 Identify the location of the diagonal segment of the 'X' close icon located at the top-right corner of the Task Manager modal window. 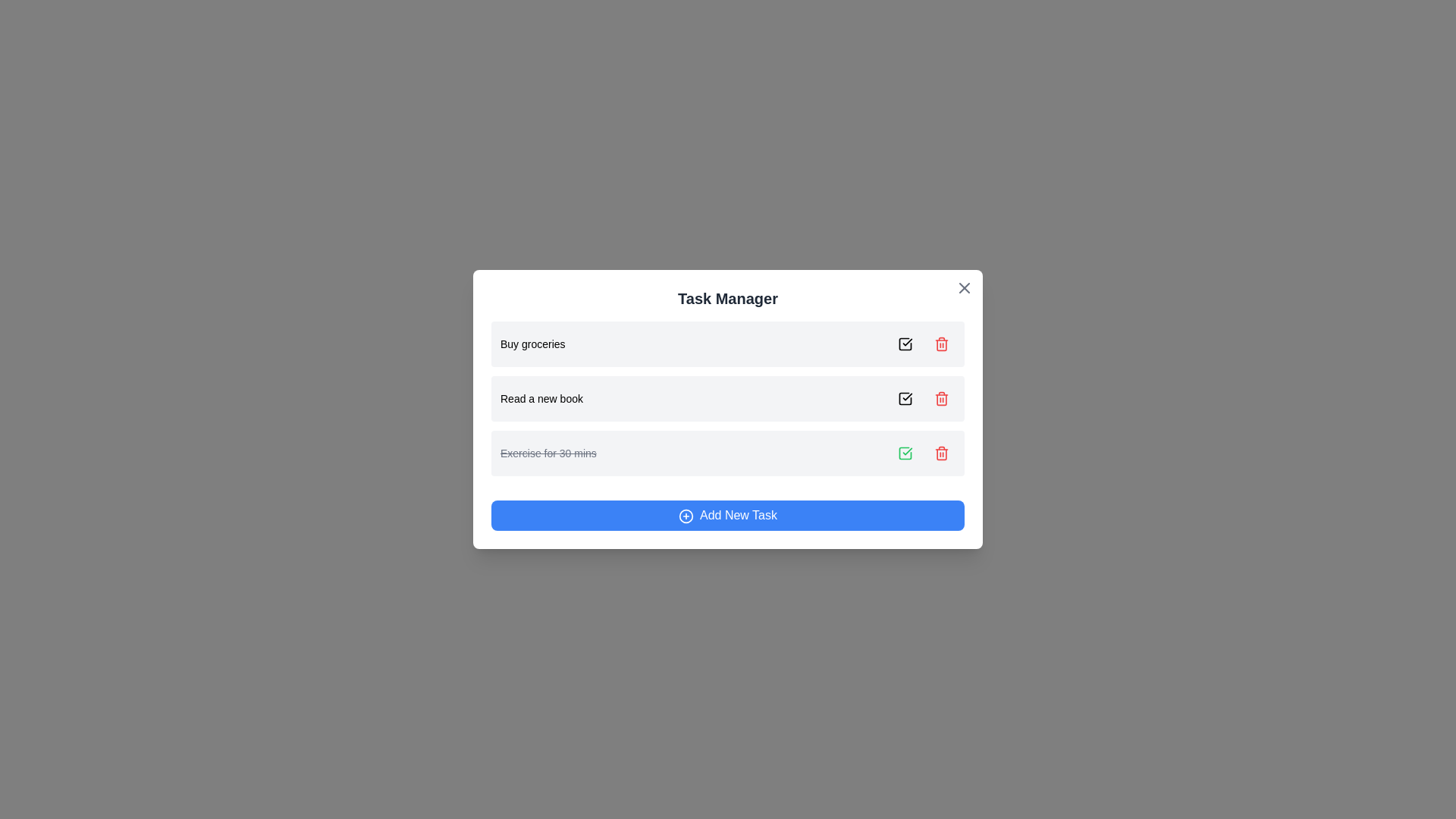
(964, 288).